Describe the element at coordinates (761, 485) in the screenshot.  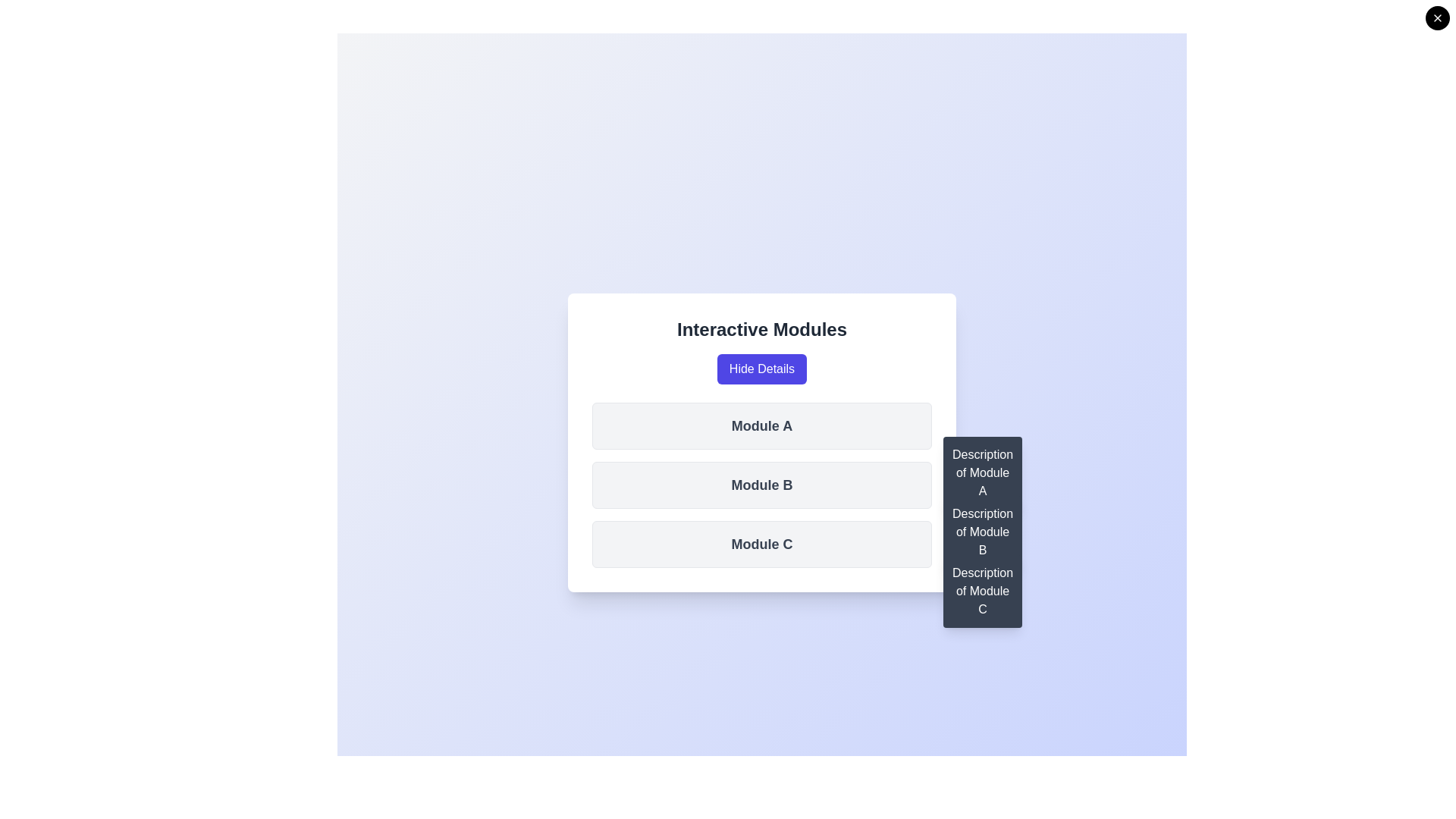
I see `the 'Module B' card, which is the second card in a vertically stacked list of modules, containing bold text in dark gray on a light gray background` at that location.